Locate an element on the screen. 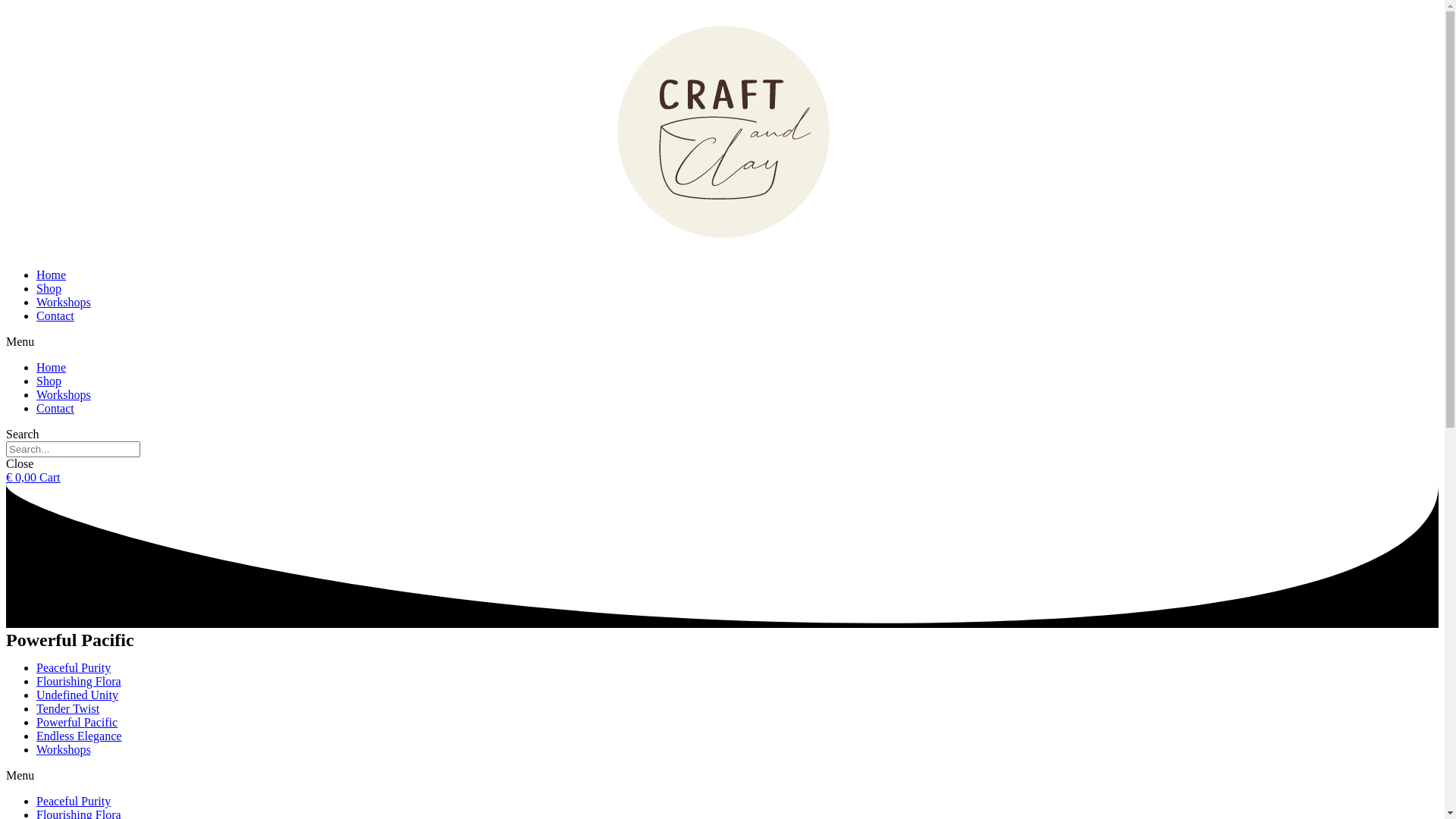  'Endless Elegance' is located at coordinates (78, 735).